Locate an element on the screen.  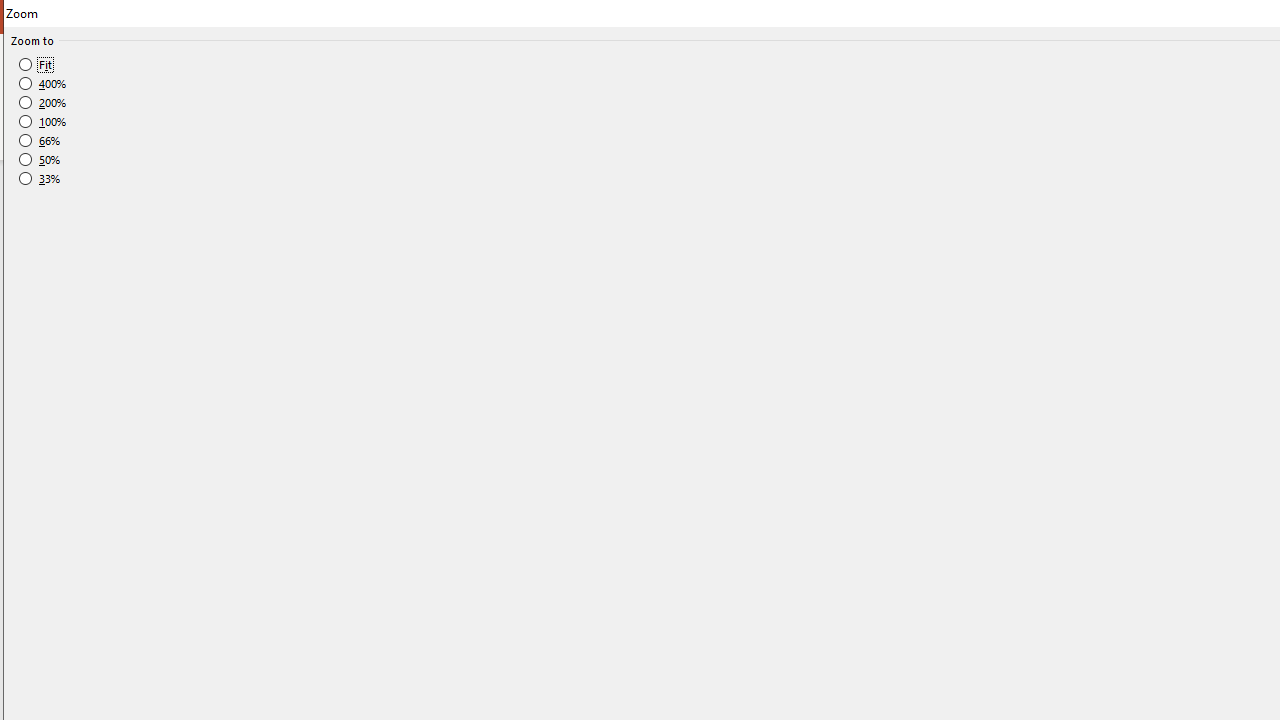
'50%' is located at coordinates (40, 158).